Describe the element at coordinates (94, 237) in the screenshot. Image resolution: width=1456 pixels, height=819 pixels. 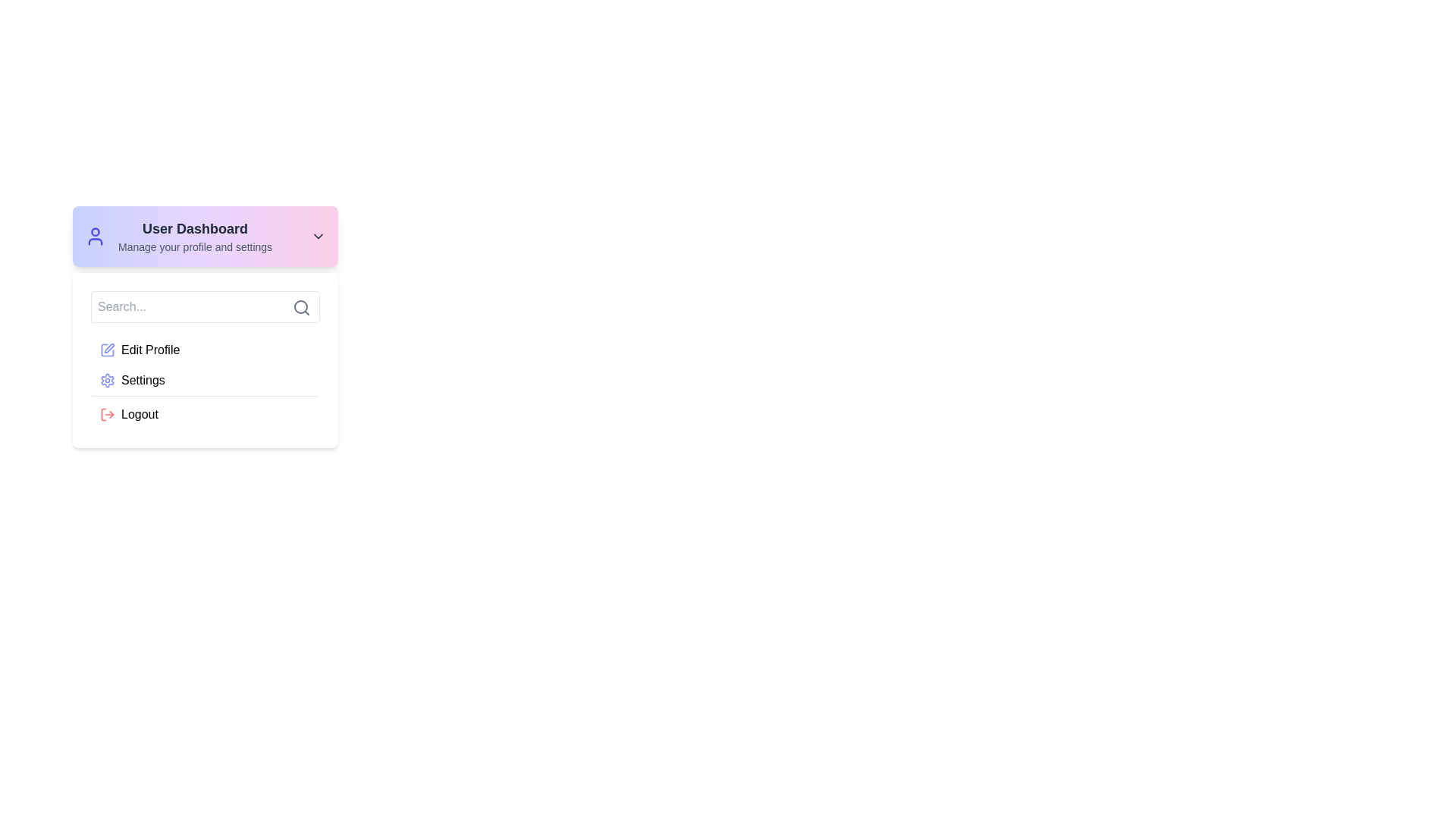
I see `the outlined user profile icon, which is a blue circular head and shoulders depiction, located to the left of the 'User Dashboard' text in the gradient-colored header` at that location.